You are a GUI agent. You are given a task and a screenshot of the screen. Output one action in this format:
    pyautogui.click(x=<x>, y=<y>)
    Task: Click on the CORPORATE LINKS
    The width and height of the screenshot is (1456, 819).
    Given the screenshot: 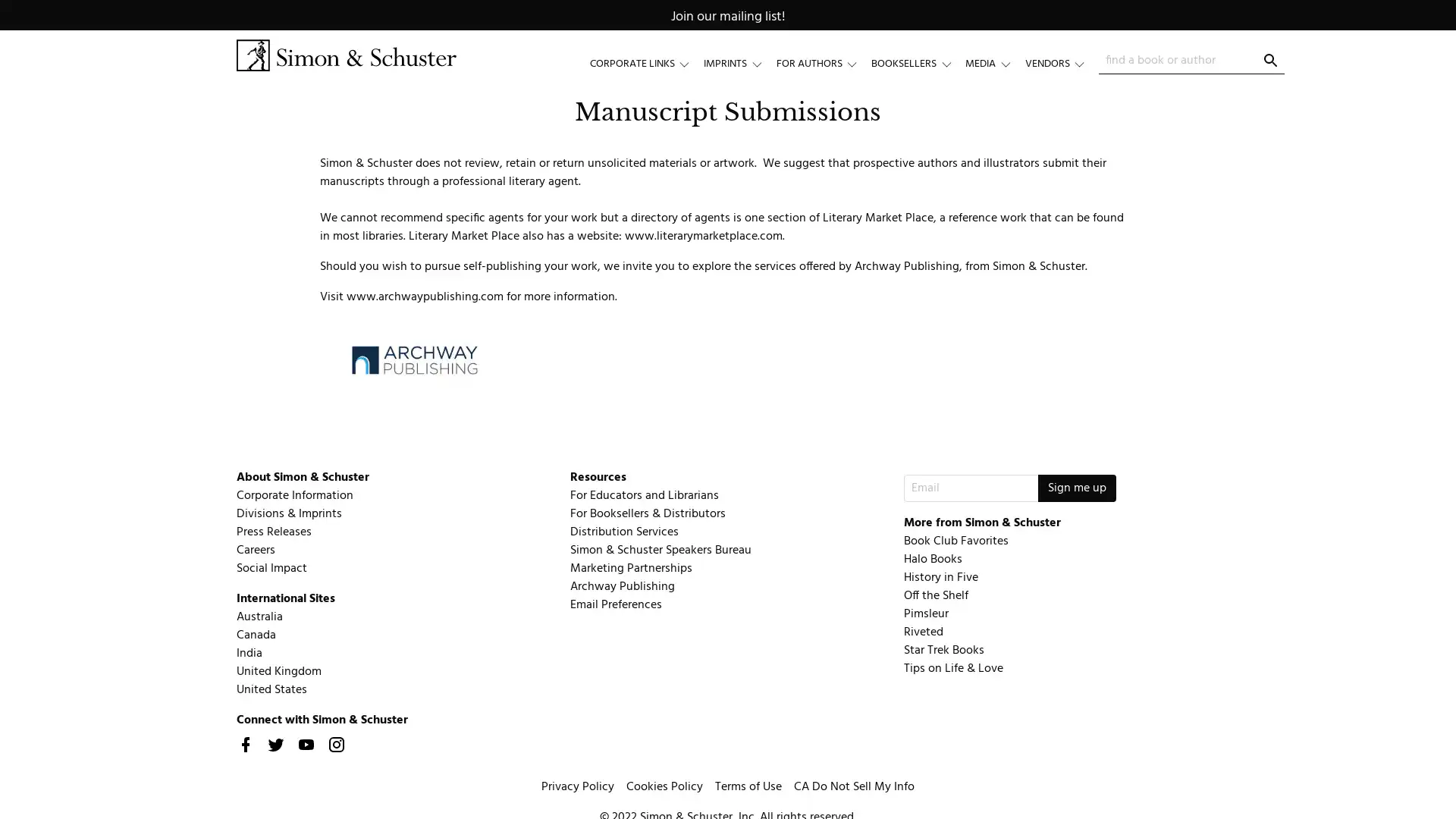 What is the action you would take?
    pyautogui.click(x=646, y=63)
    